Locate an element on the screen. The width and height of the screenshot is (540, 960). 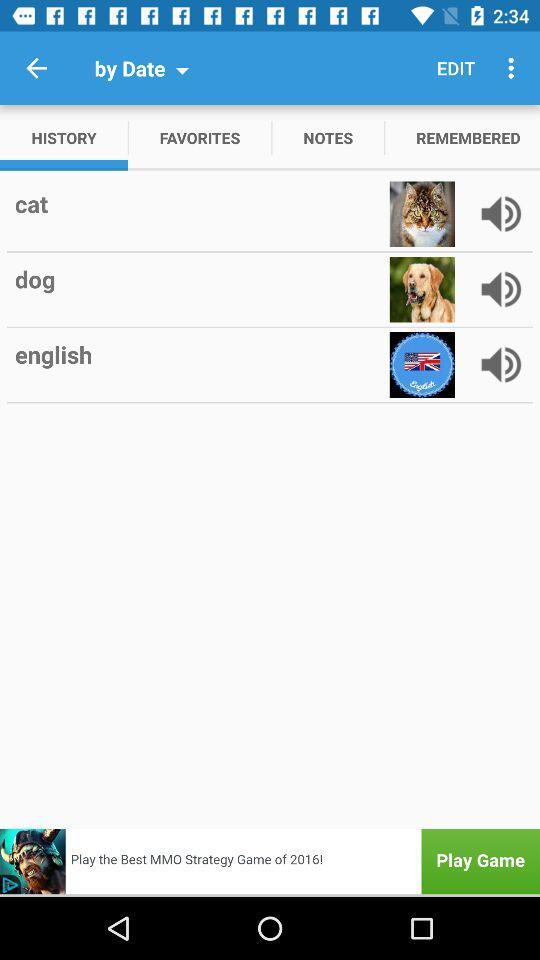
the edit item is located at coordinates (455, 68).